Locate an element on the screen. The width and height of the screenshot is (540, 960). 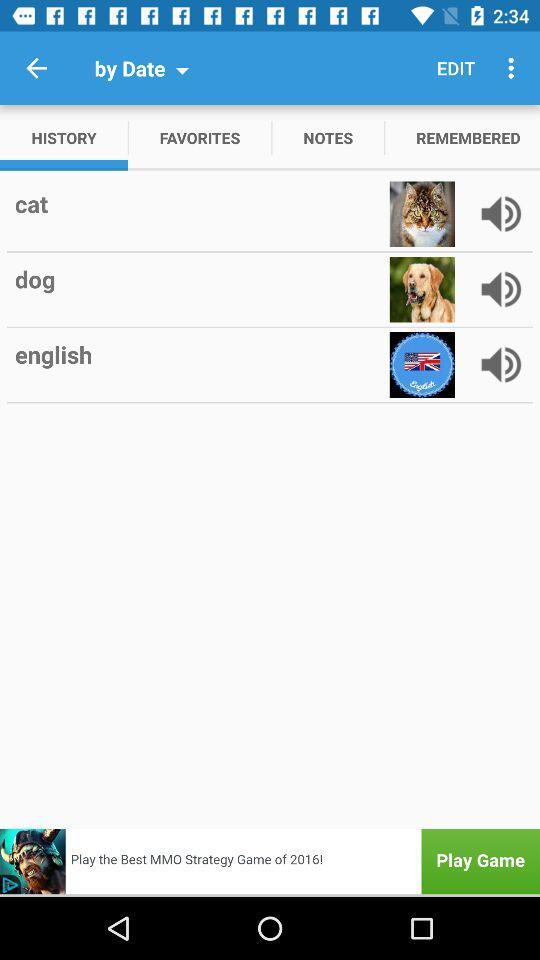
the edit item is located at coordinates (455, 68).